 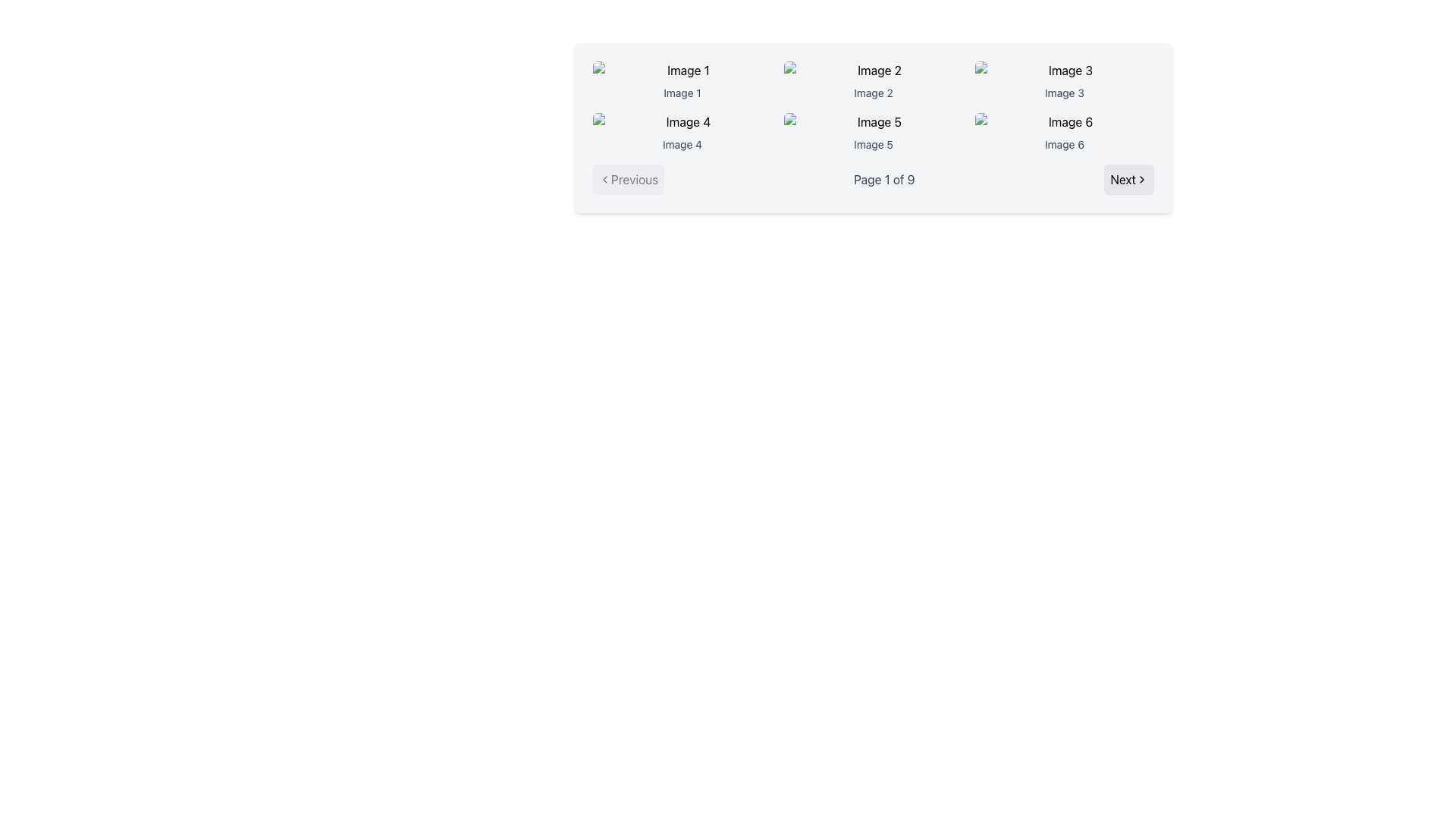 I want to click on the chevron-left icon that indicates the 'Previous' navigation action located inside the 'Previous' button on the lower-left corner of the navigation bar, so click(x=604, y=178).